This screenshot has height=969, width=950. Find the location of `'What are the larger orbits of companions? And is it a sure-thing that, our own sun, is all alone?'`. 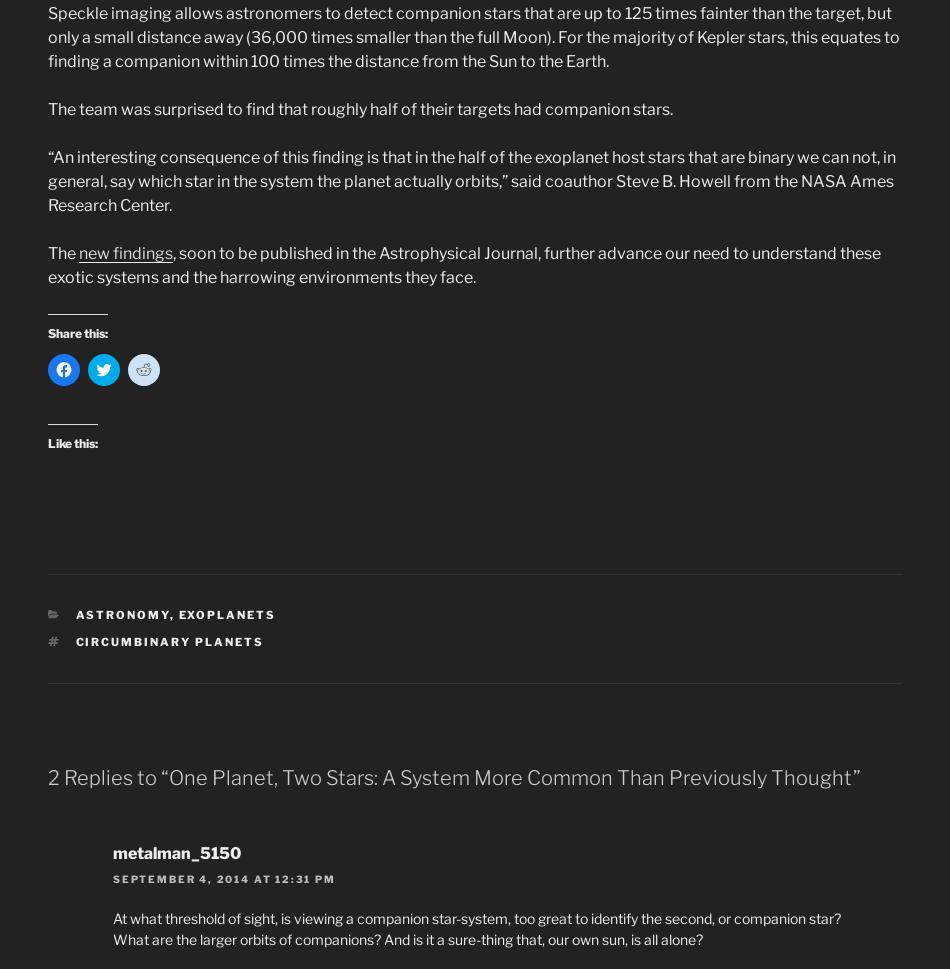

'What are the larger orbits of companions? And is it a sure-thing that, our own sun, is all alone?' is located at coordinates (407, 938).